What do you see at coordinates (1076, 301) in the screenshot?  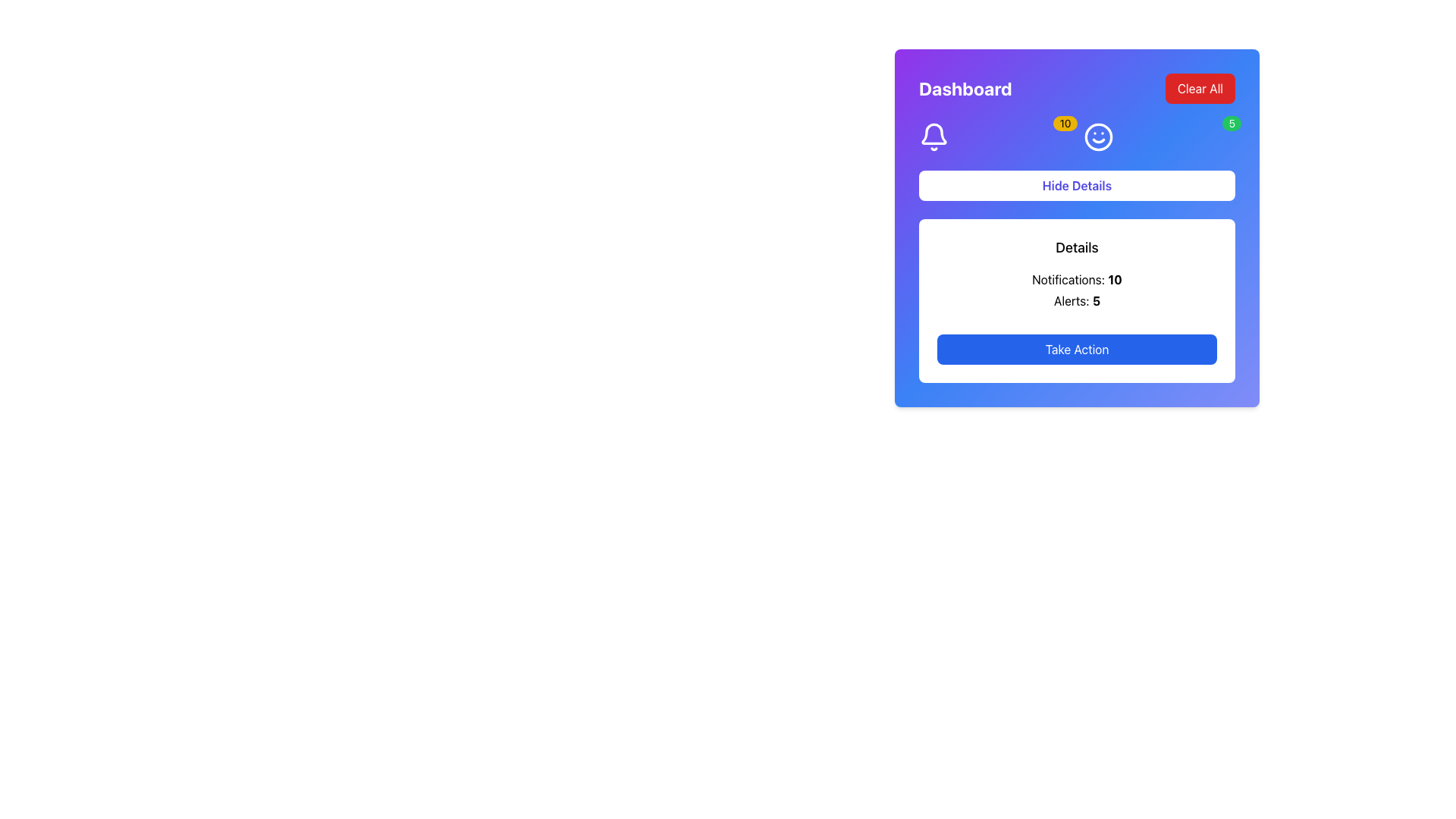 I see `the text label displaying 'Alerts: 5' in bold, located in the 'Details' section of the dashboard, immediately below 'Notifications: 10'` at bounding box center [1076, 301].